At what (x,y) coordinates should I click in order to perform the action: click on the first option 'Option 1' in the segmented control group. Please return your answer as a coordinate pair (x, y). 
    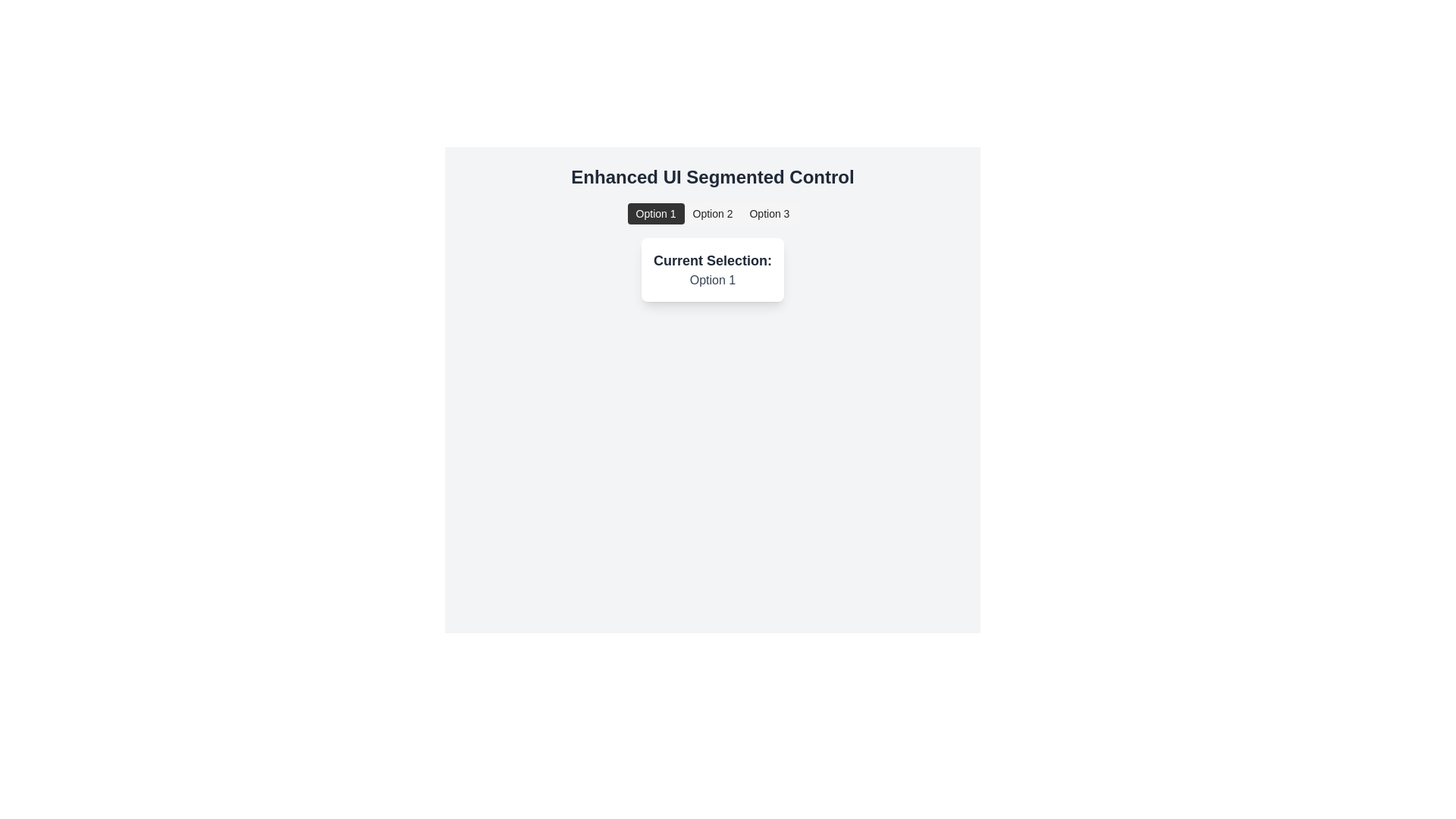
    Looking at the image, I should click on (656, 213).